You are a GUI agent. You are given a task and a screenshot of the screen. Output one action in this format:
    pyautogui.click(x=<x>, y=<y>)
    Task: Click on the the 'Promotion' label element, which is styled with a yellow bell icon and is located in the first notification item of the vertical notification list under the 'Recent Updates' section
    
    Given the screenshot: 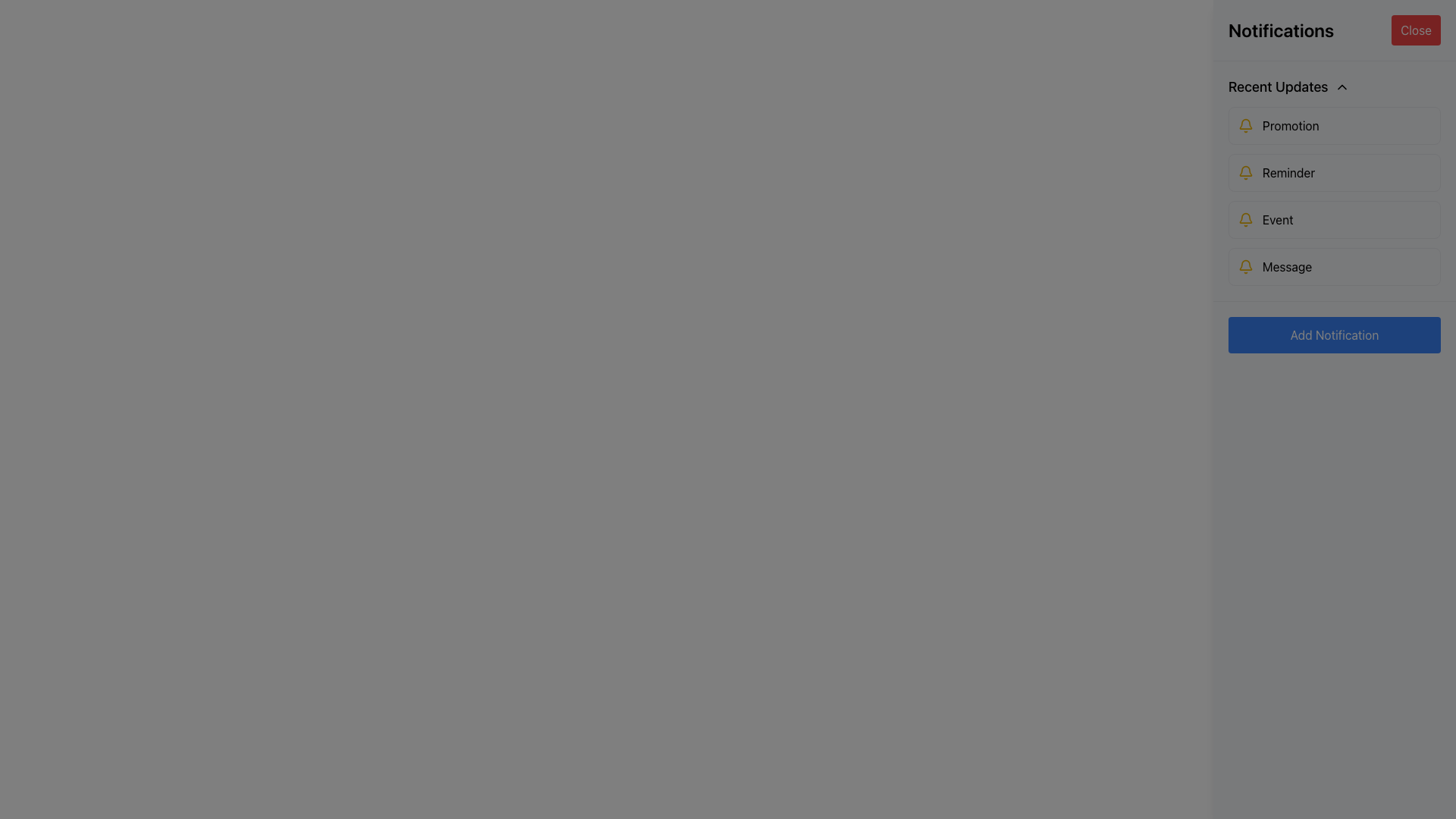 What is the action you would take?
    pyautogui.click(x=1290, y=124)
    